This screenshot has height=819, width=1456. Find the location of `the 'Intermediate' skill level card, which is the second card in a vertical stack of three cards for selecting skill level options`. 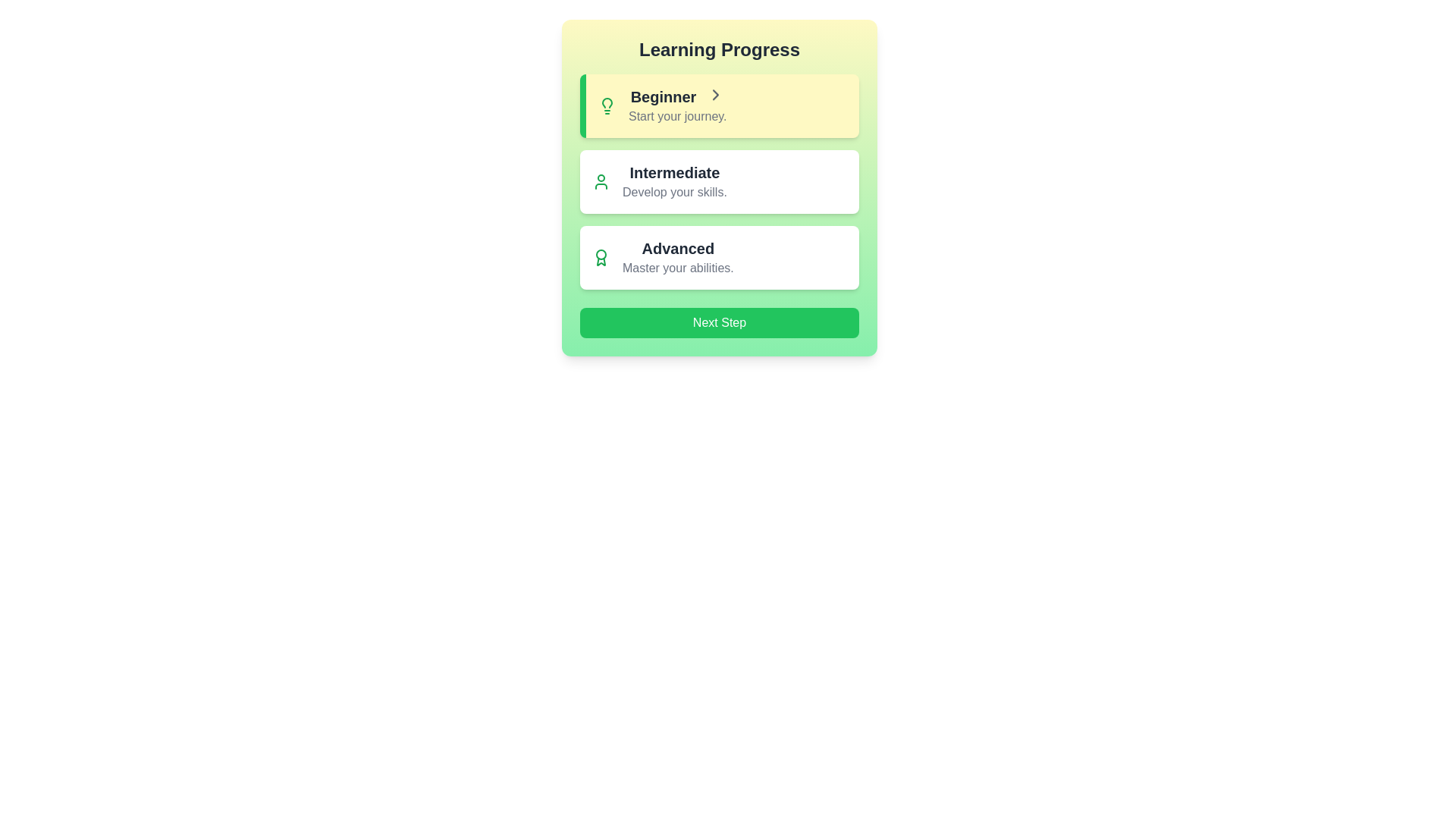

the 'Intermediate' skill level card, which is the second card in a vertical stack of three cards for selecting skill level options is located at coordinates (719, 180).